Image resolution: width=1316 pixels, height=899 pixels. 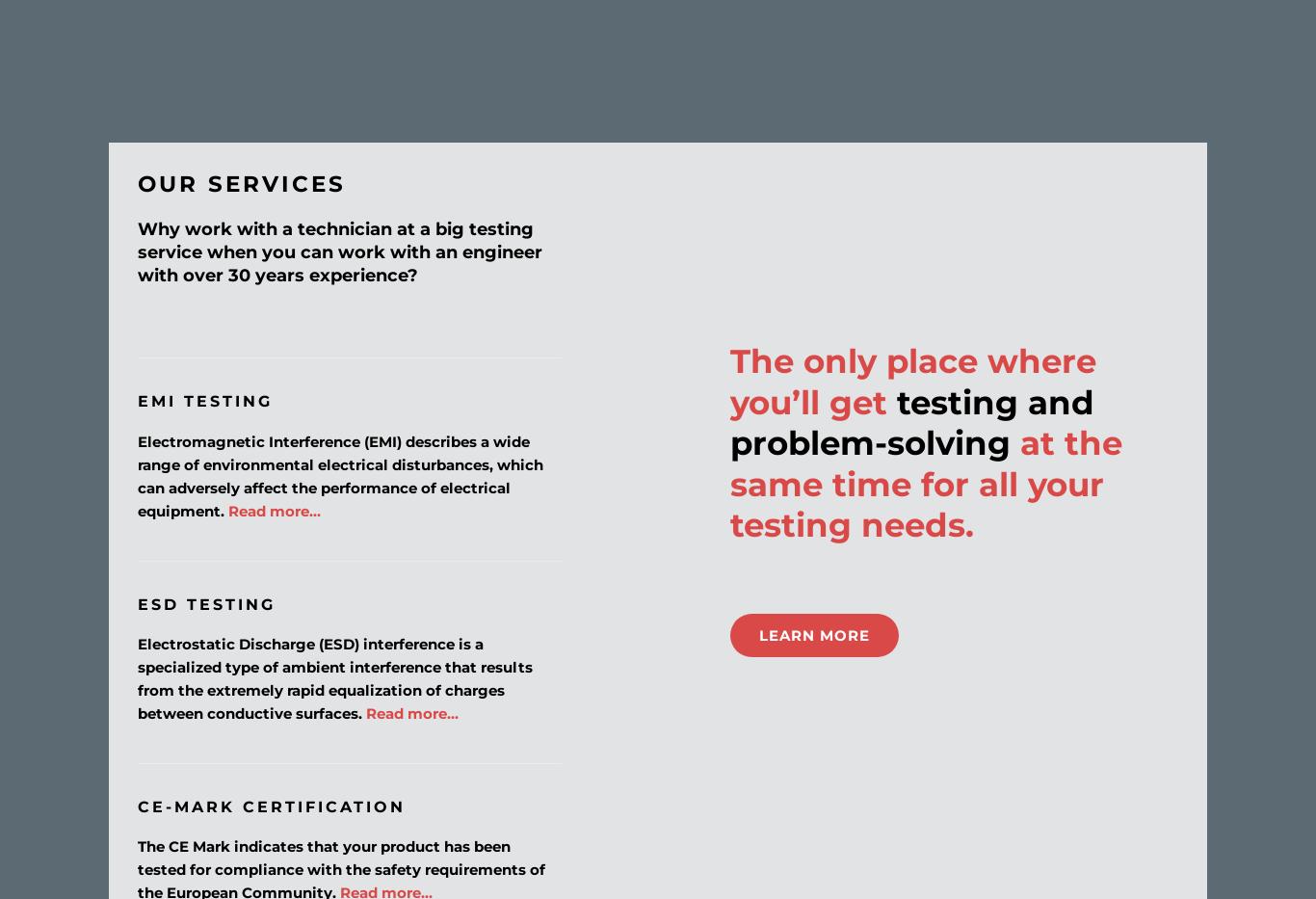 What do you see at coordinates (813, 633) in the screenshot?
I see `'LEARN MORE'` at bounding box center [813, 633].